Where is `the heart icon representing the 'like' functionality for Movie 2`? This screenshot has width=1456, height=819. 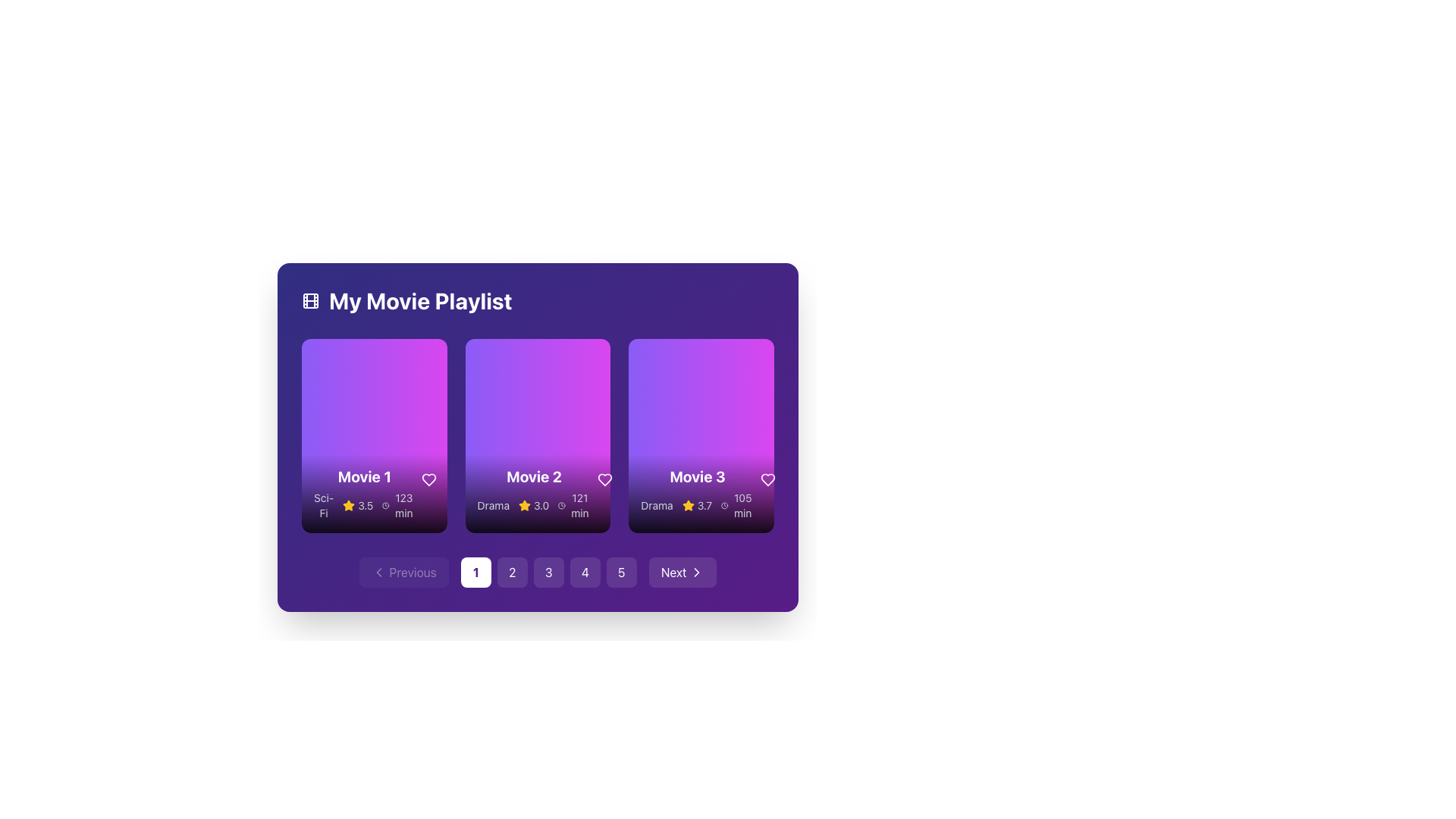
the heart icon representing the 'like' functionality for Movie 2 is located at coordinates (767, 479).